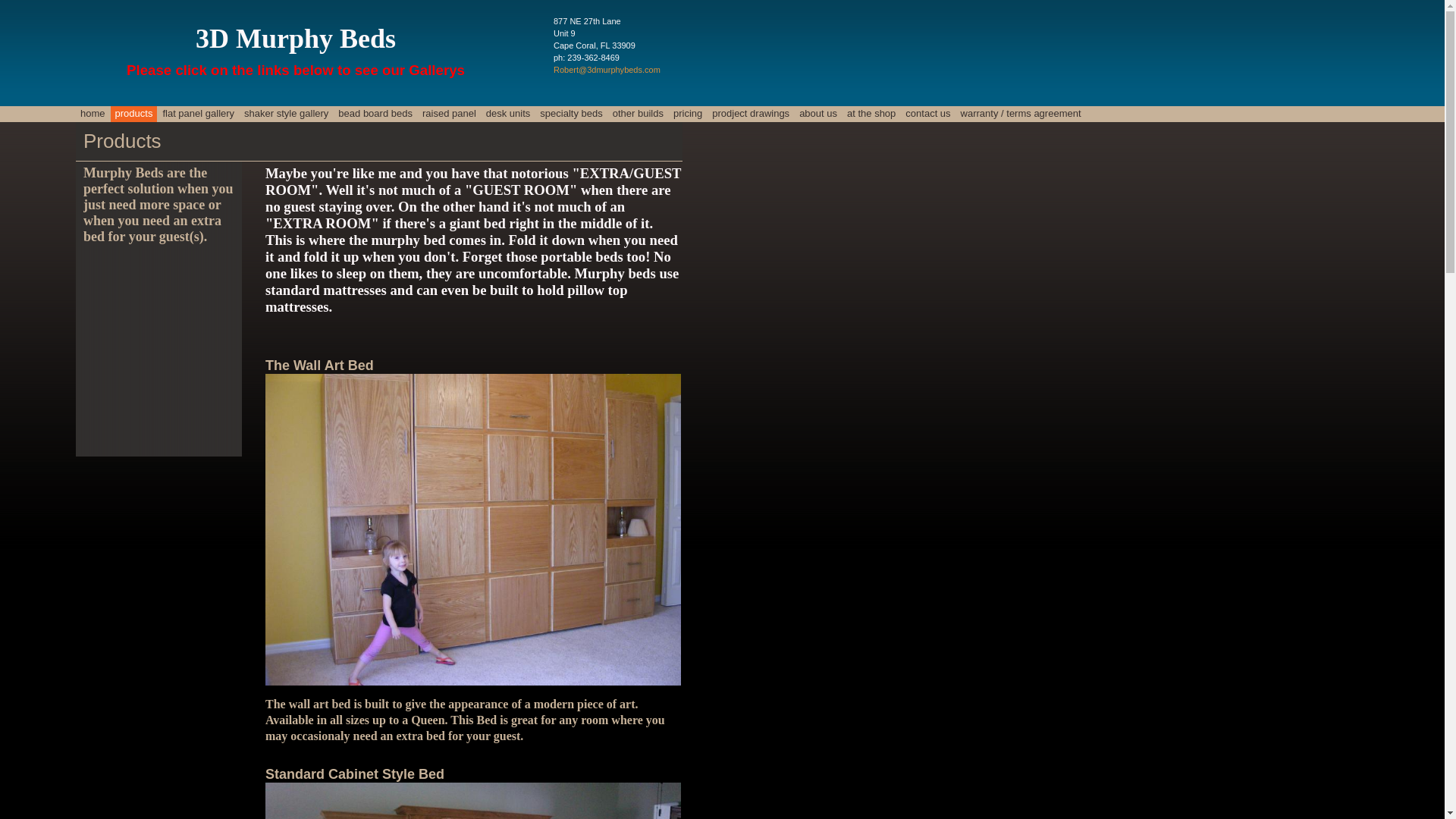  I want to click on 'home', so click(75, 113).